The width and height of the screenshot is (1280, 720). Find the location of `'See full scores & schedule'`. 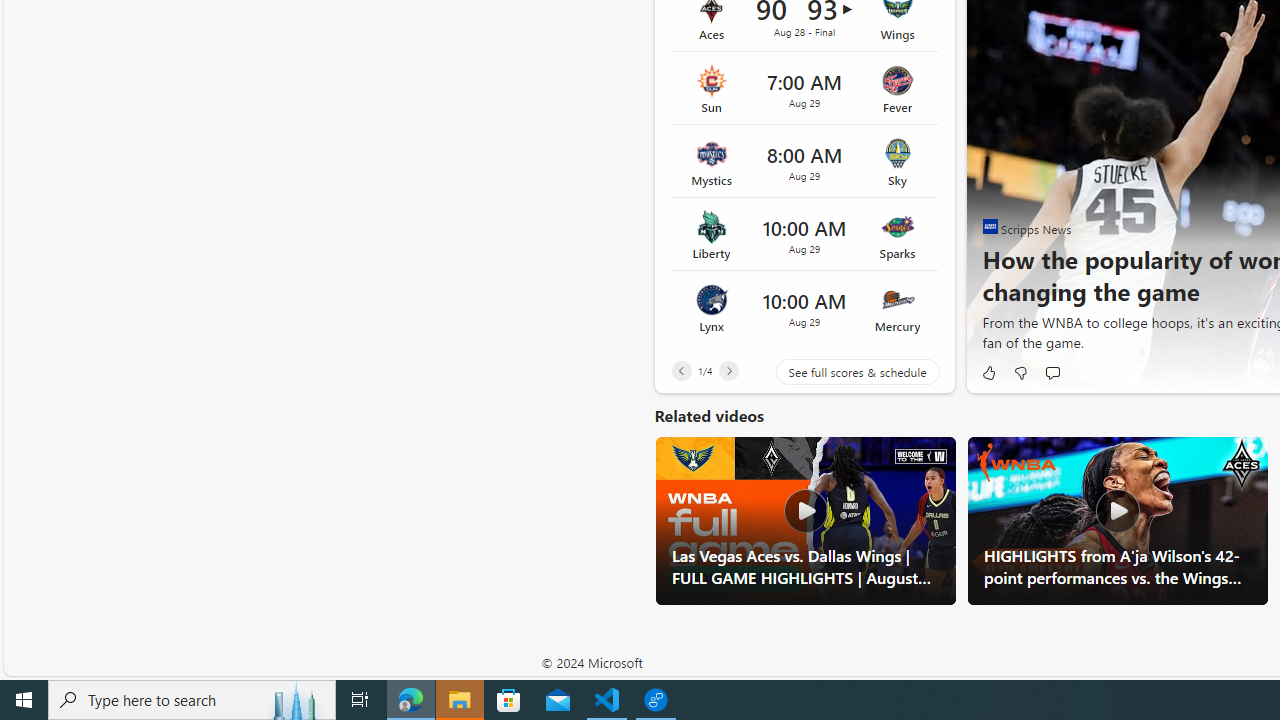

'See full scores & schedule' is located at coordinates (842, 372).